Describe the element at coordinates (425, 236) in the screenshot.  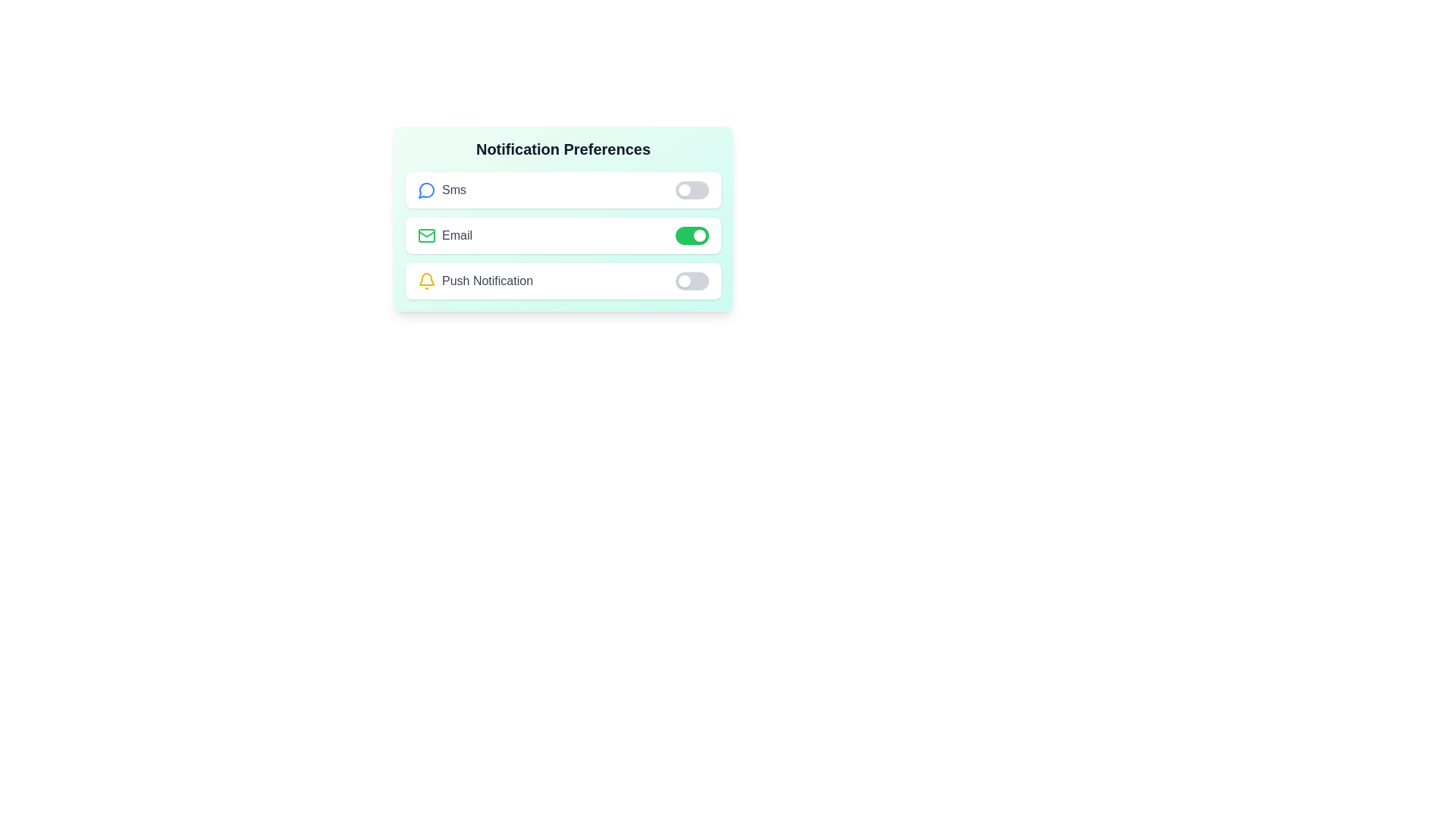
I see `the rectangular base graphical component of the mail icon within the Email notification option in the Notification Preferences card` at that location.